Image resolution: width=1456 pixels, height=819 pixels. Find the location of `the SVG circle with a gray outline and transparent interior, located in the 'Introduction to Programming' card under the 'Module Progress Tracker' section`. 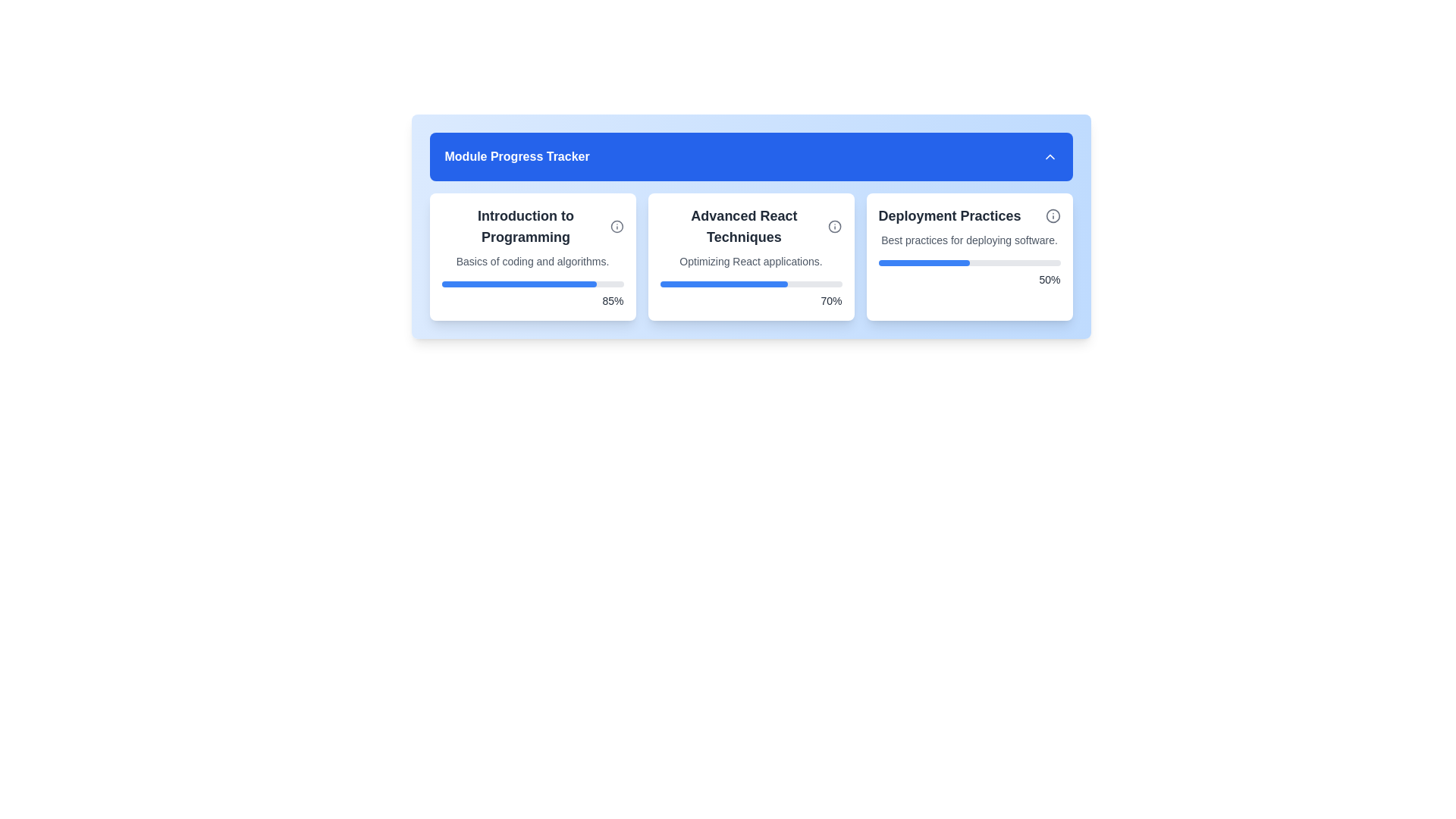

the SVG circle with a gray outline and transparent interior, located in the 'Introduction to Programming' card under the 'Module Progress Tracker' section is located at coordinates (617, 227).